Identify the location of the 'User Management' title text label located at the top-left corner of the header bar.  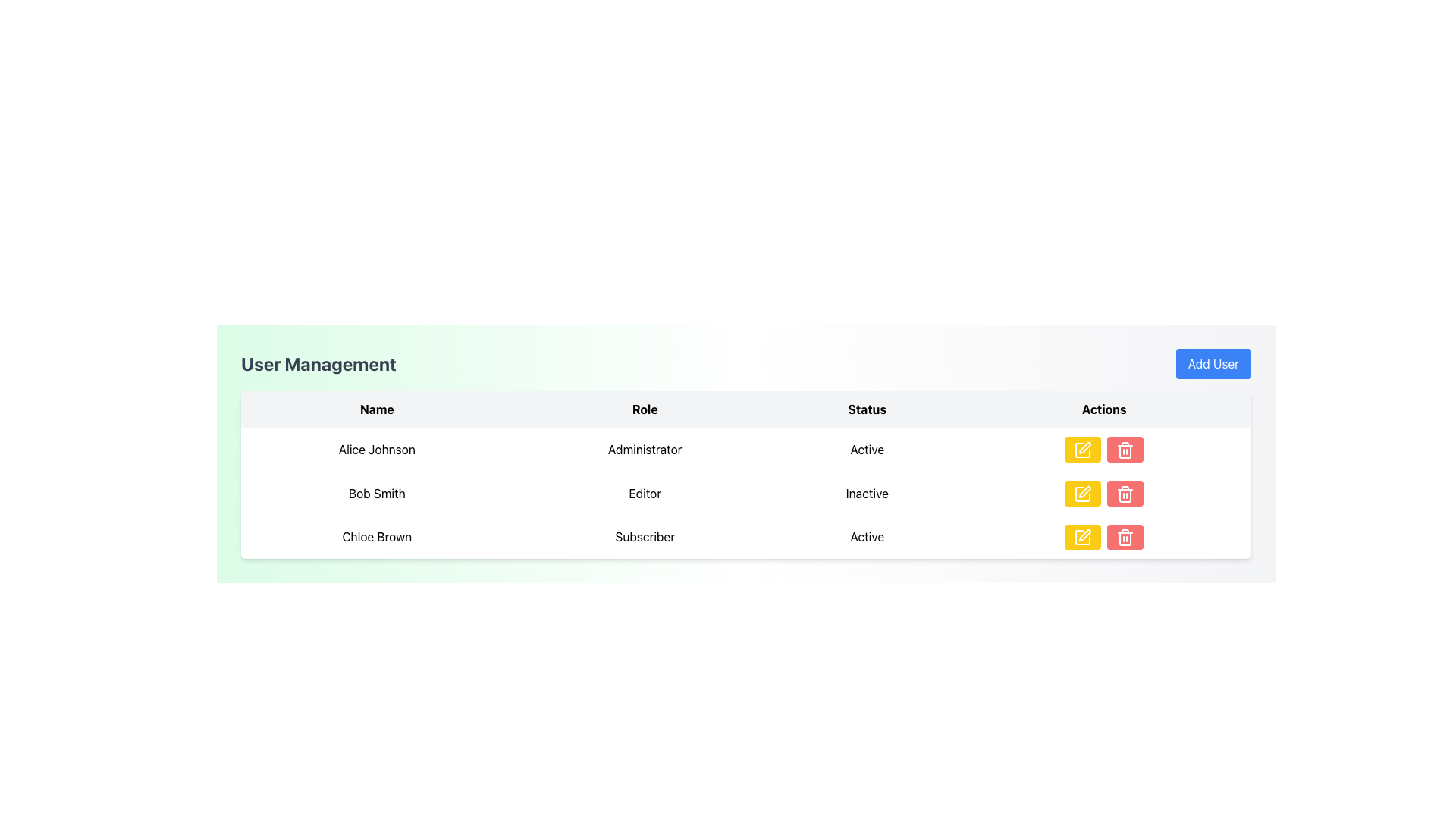
(318, 363).